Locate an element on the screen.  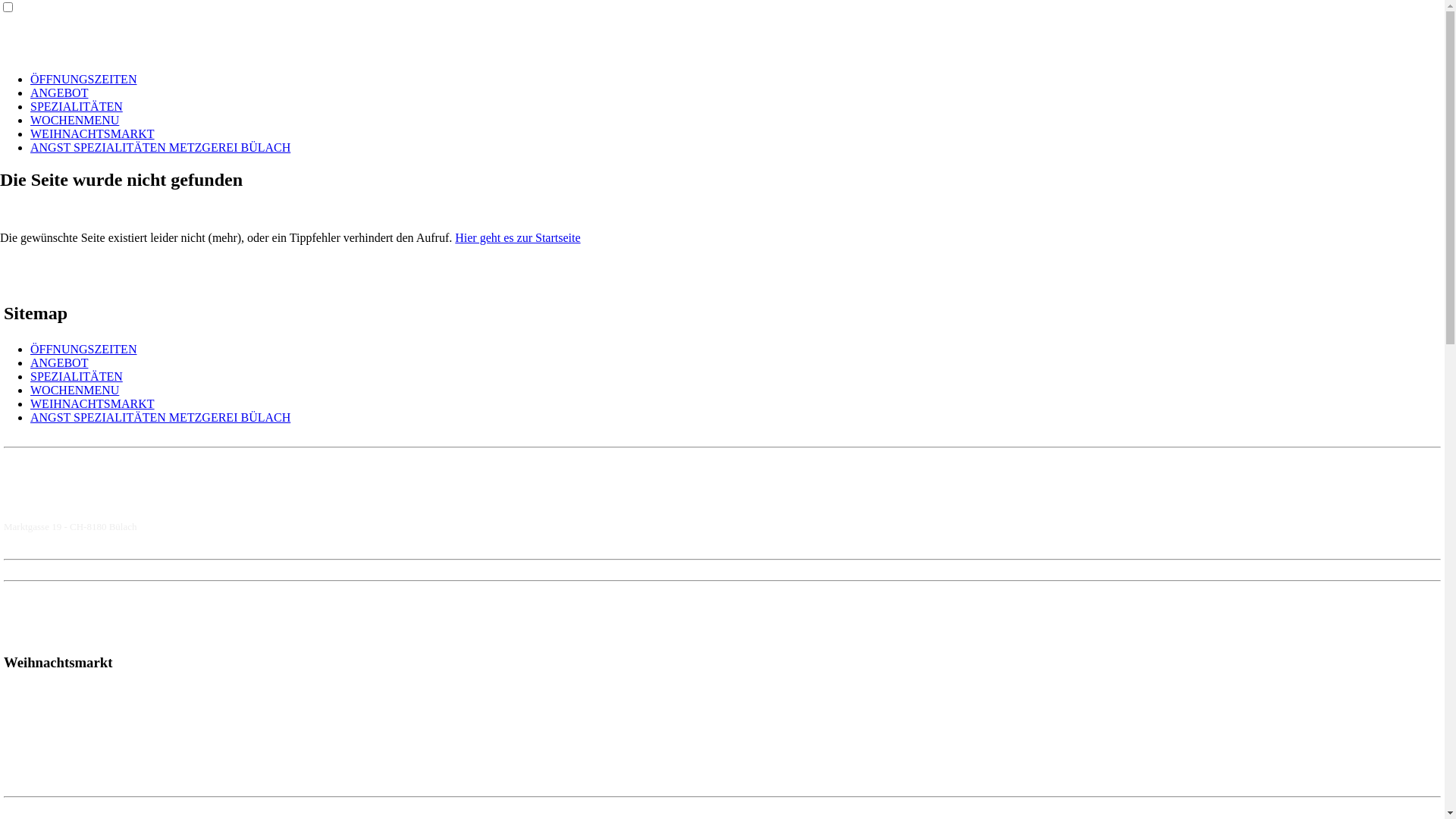
'WOCHENMENU' is located at coordinates (74, 119).